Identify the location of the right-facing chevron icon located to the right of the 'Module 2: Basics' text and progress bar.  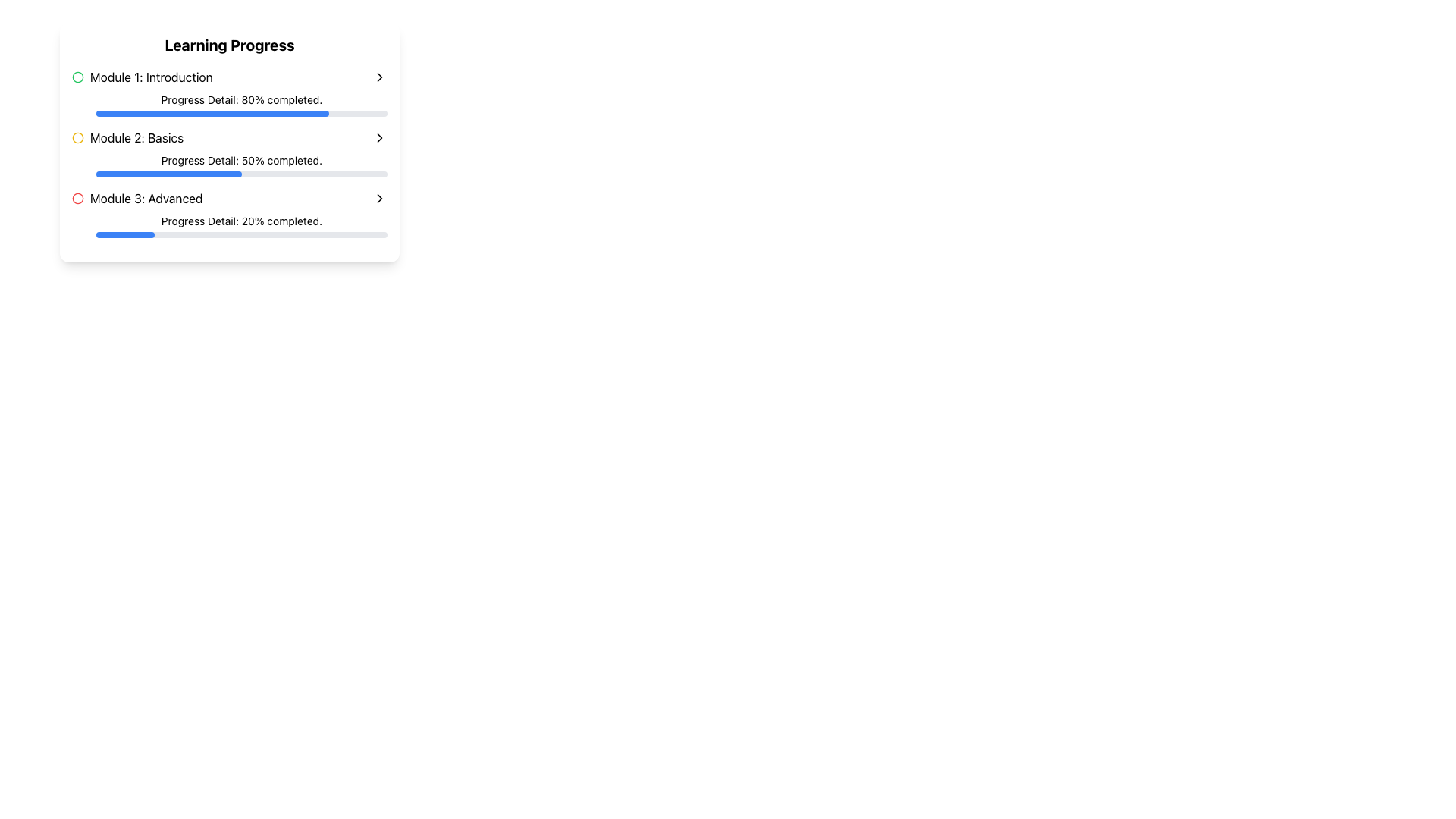
(379, 137).